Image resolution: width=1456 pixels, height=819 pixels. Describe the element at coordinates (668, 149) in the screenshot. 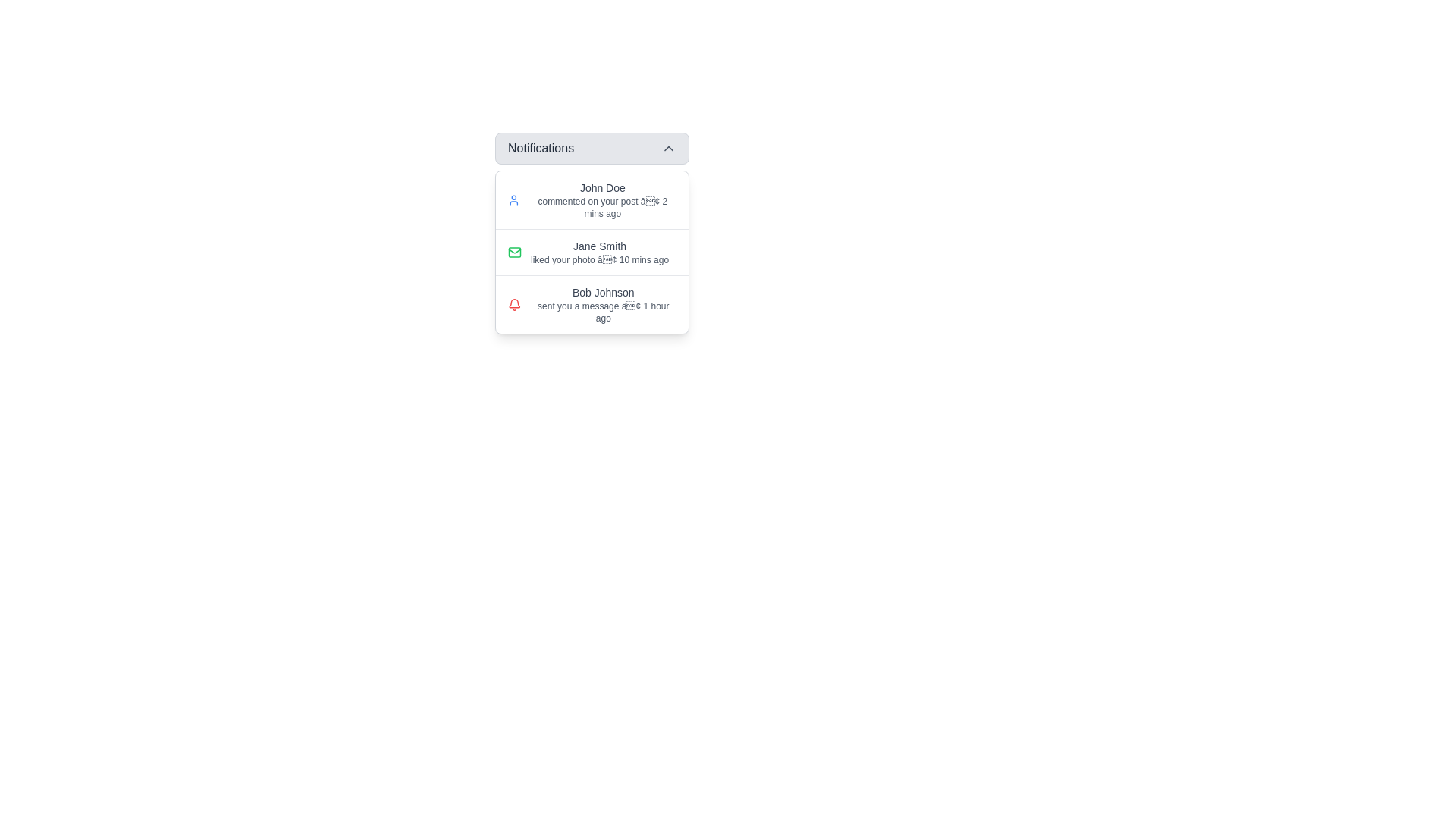

I see `the interactive control icon located on the rightmost side of the 'Notifications' header bar` at that location.